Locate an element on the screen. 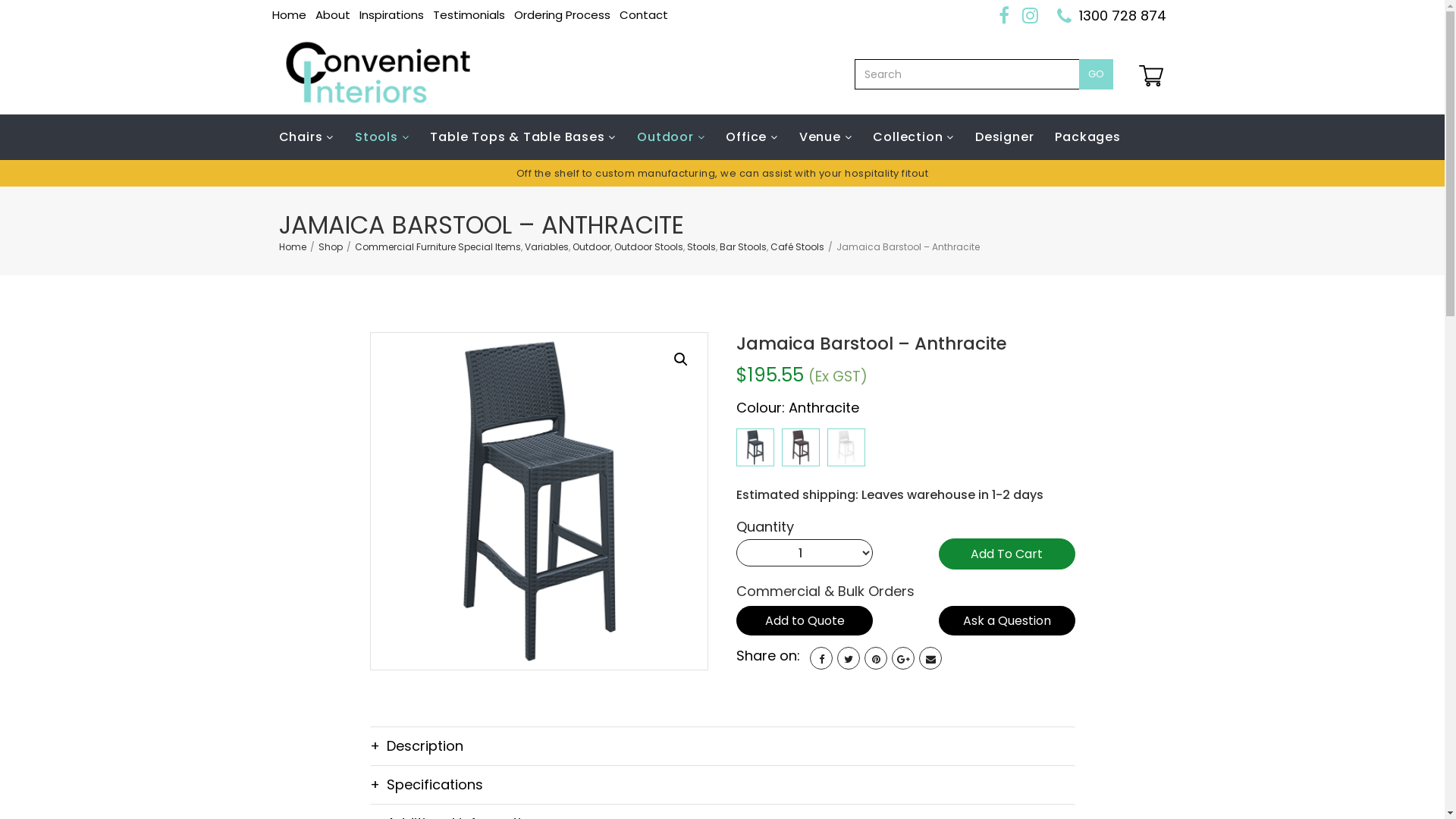  'About' is located at coordinates (331, 14).